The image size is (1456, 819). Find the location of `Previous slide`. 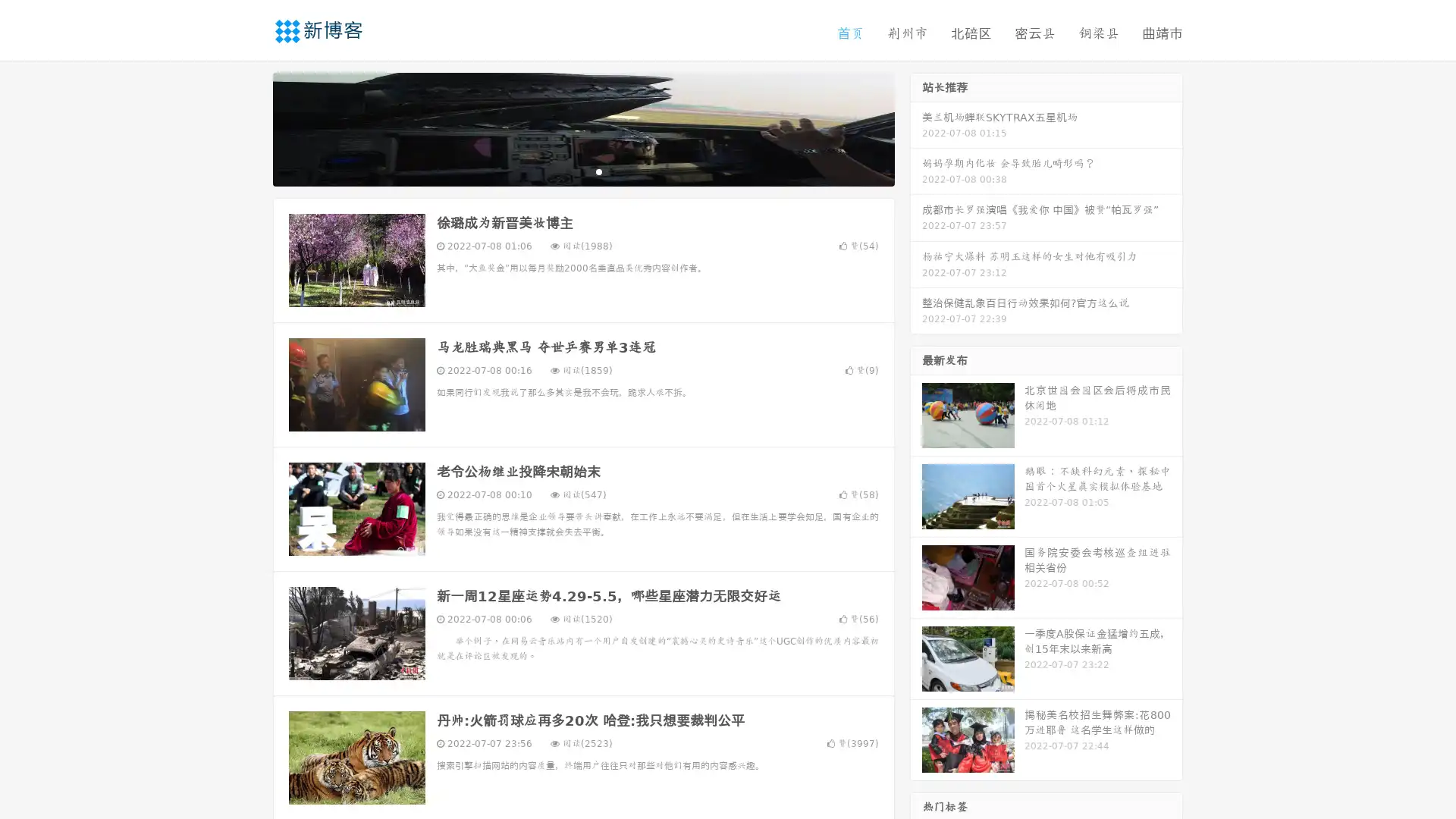

Previous slide is located at coordinates (250, 127).